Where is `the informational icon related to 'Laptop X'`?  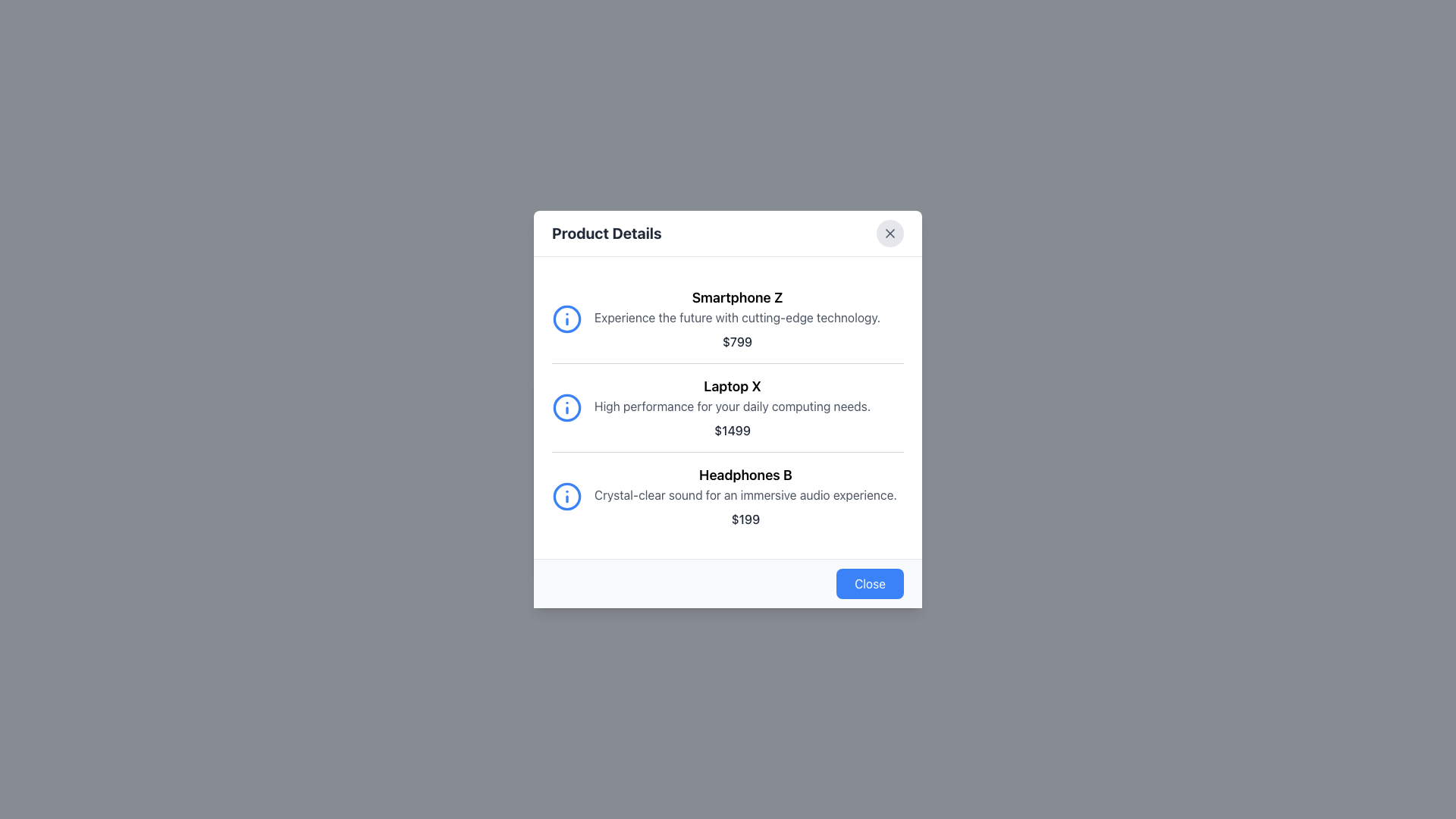 the informational icon related to 'Laptop X' is located at coordinates (566, 406).